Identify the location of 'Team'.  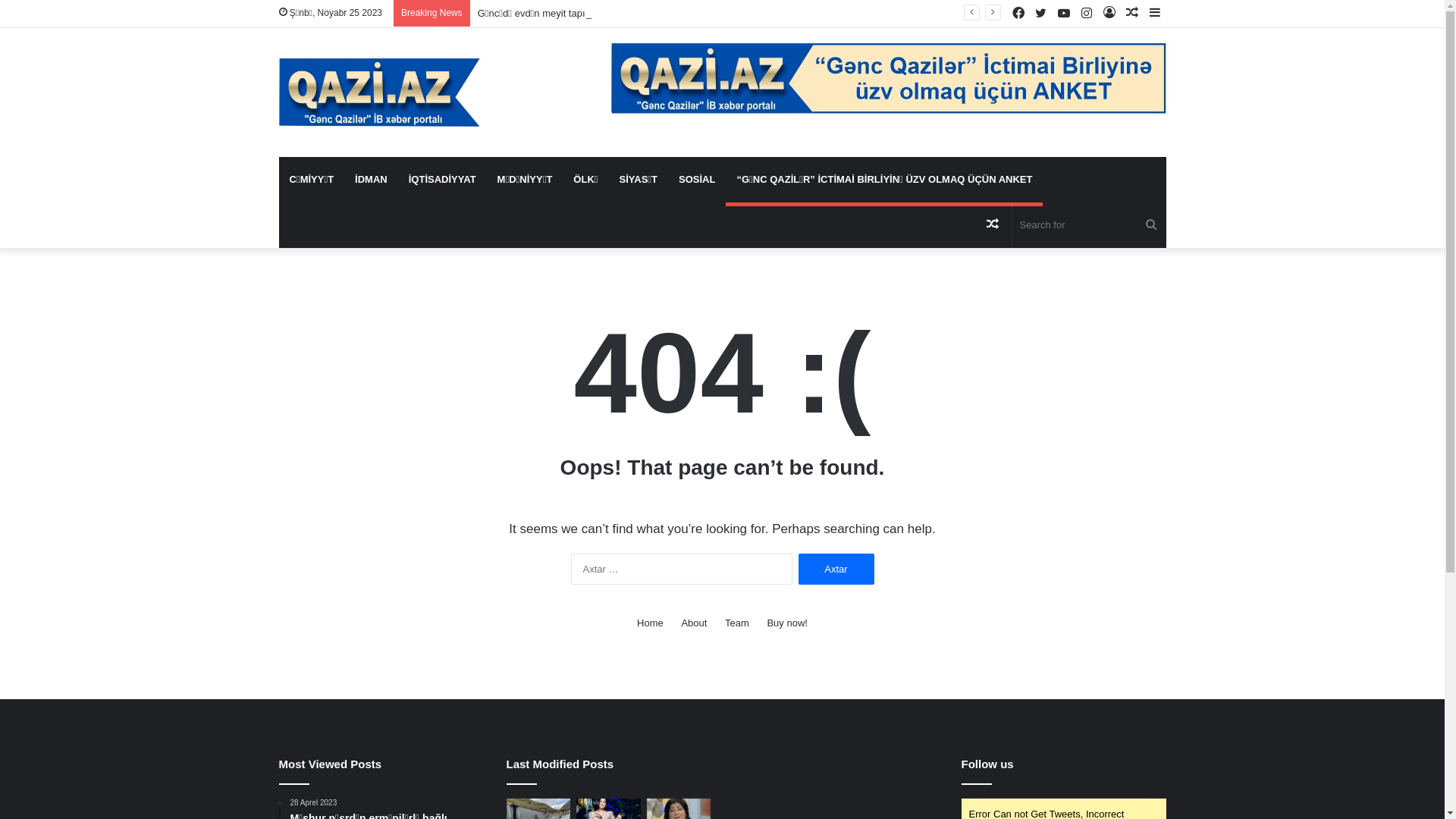
(736, 623).